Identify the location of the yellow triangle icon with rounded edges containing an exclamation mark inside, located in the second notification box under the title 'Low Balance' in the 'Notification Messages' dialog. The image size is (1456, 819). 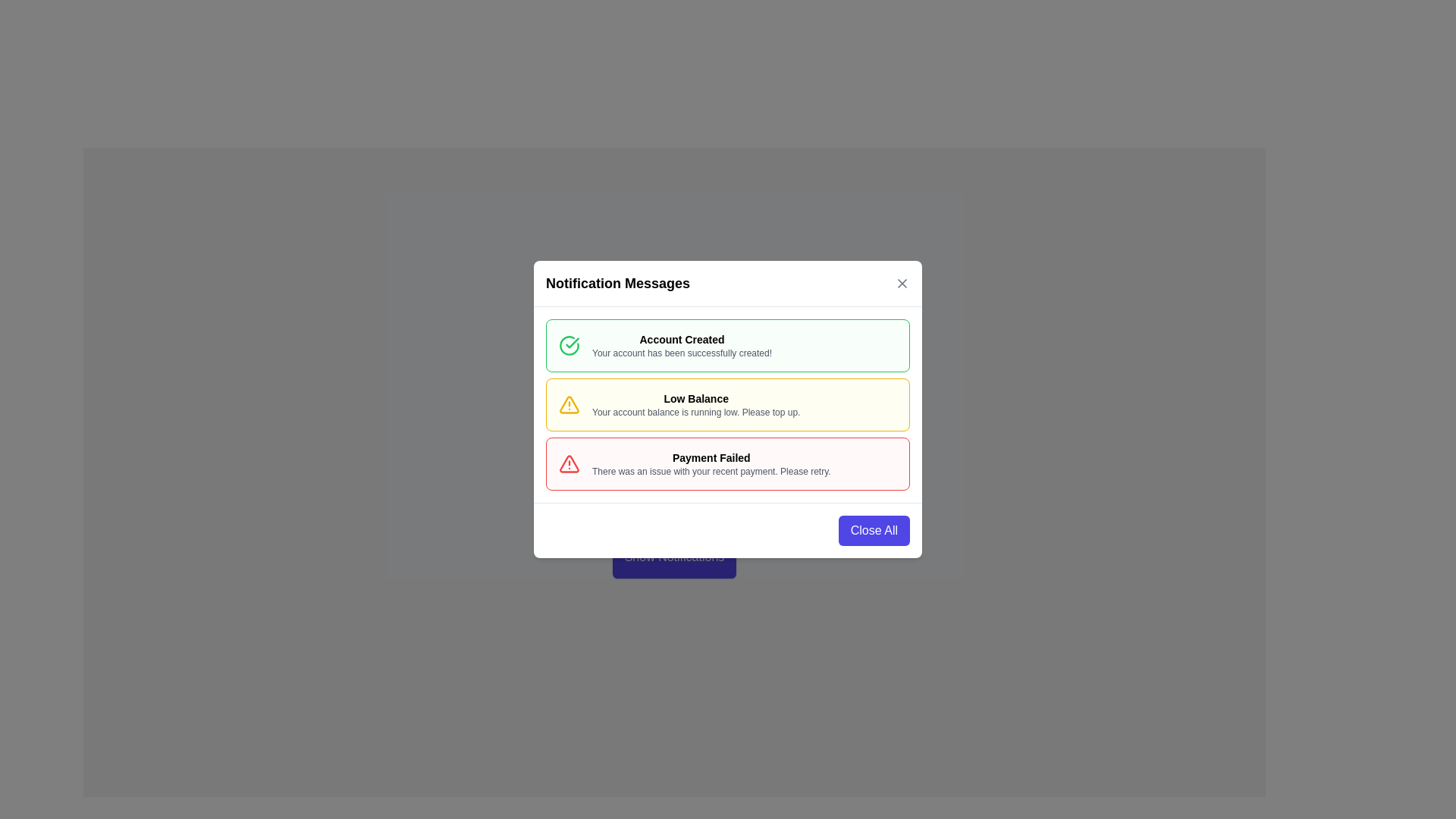
(568, 403).